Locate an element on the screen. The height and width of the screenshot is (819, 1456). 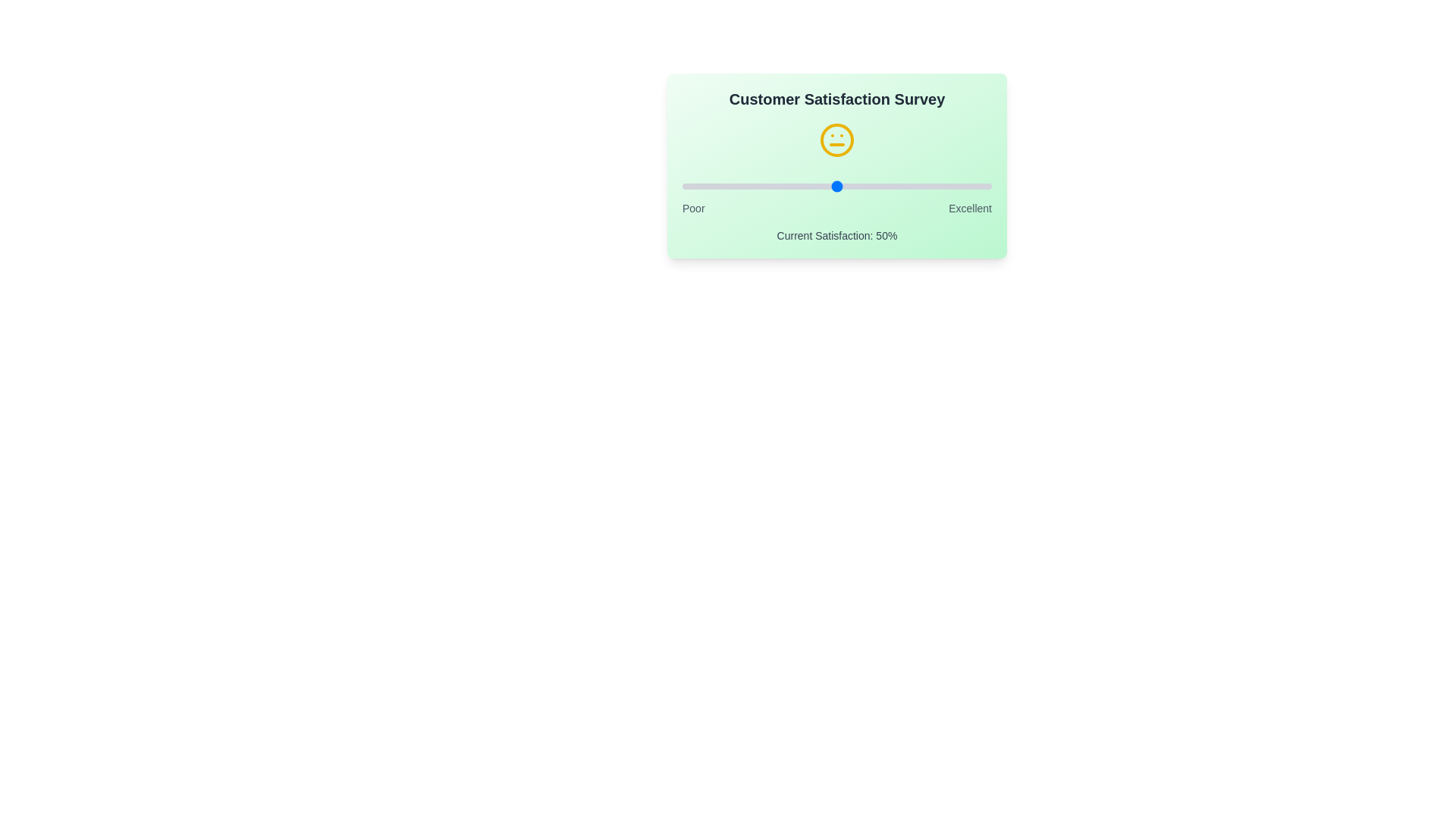
the satisfaction slider to 19% is located at coordinates (741, 186).